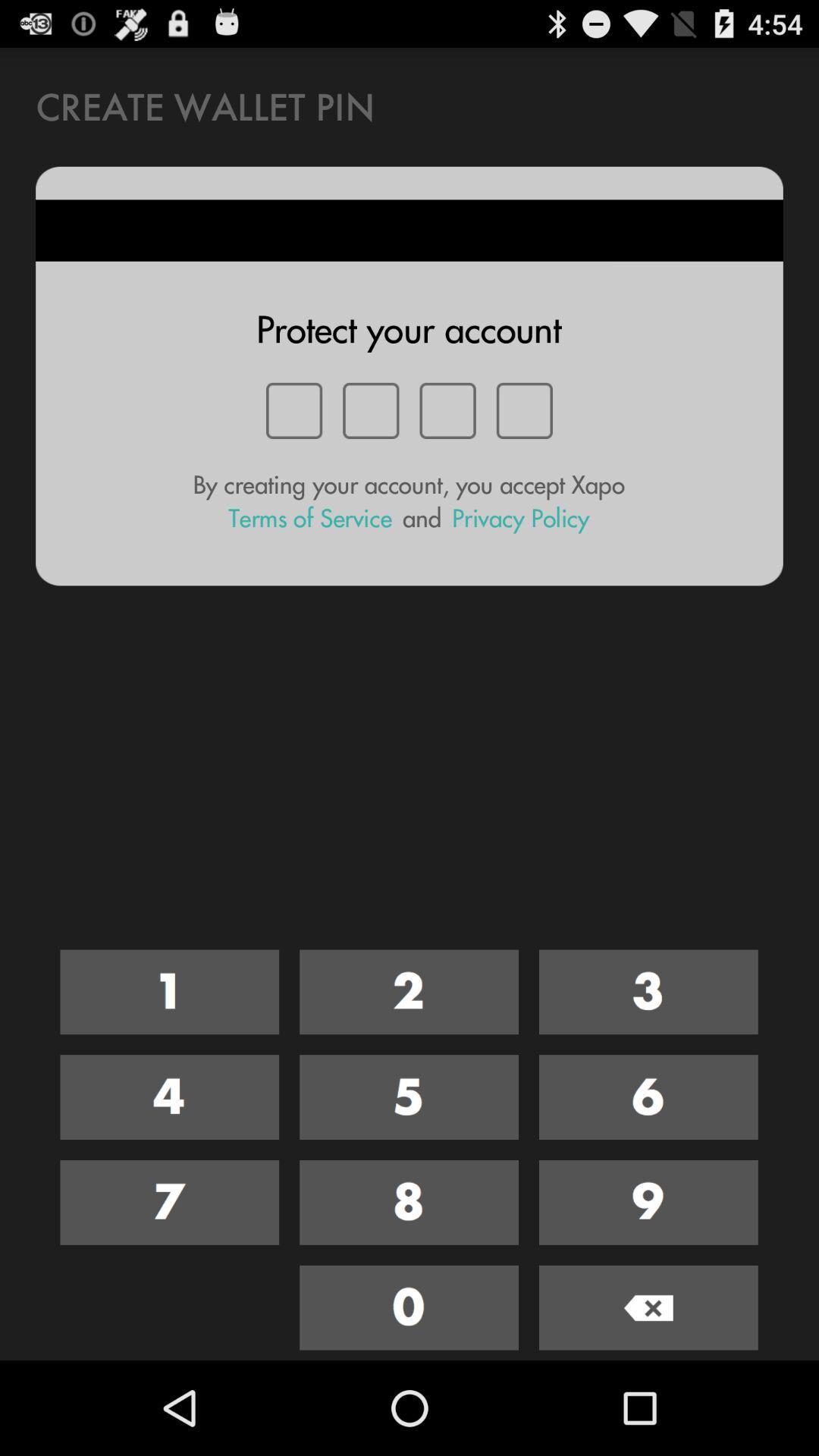 This screenshot has width=819, height=1456. Describe the element at coordinates (648, 992) in the screenshot. I see `number 3` at that location.